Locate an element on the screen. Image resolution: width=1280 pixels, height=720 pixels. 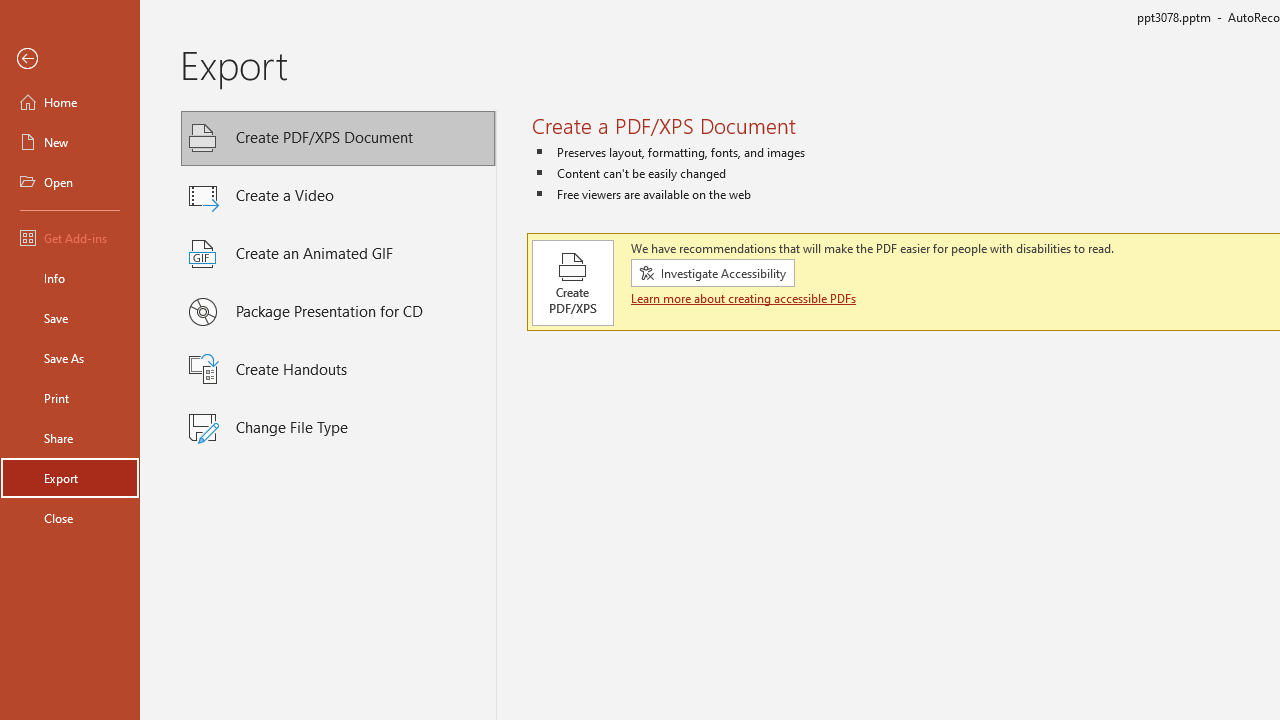
'Investigate Accessibility' is located at coordinates (712, 273).